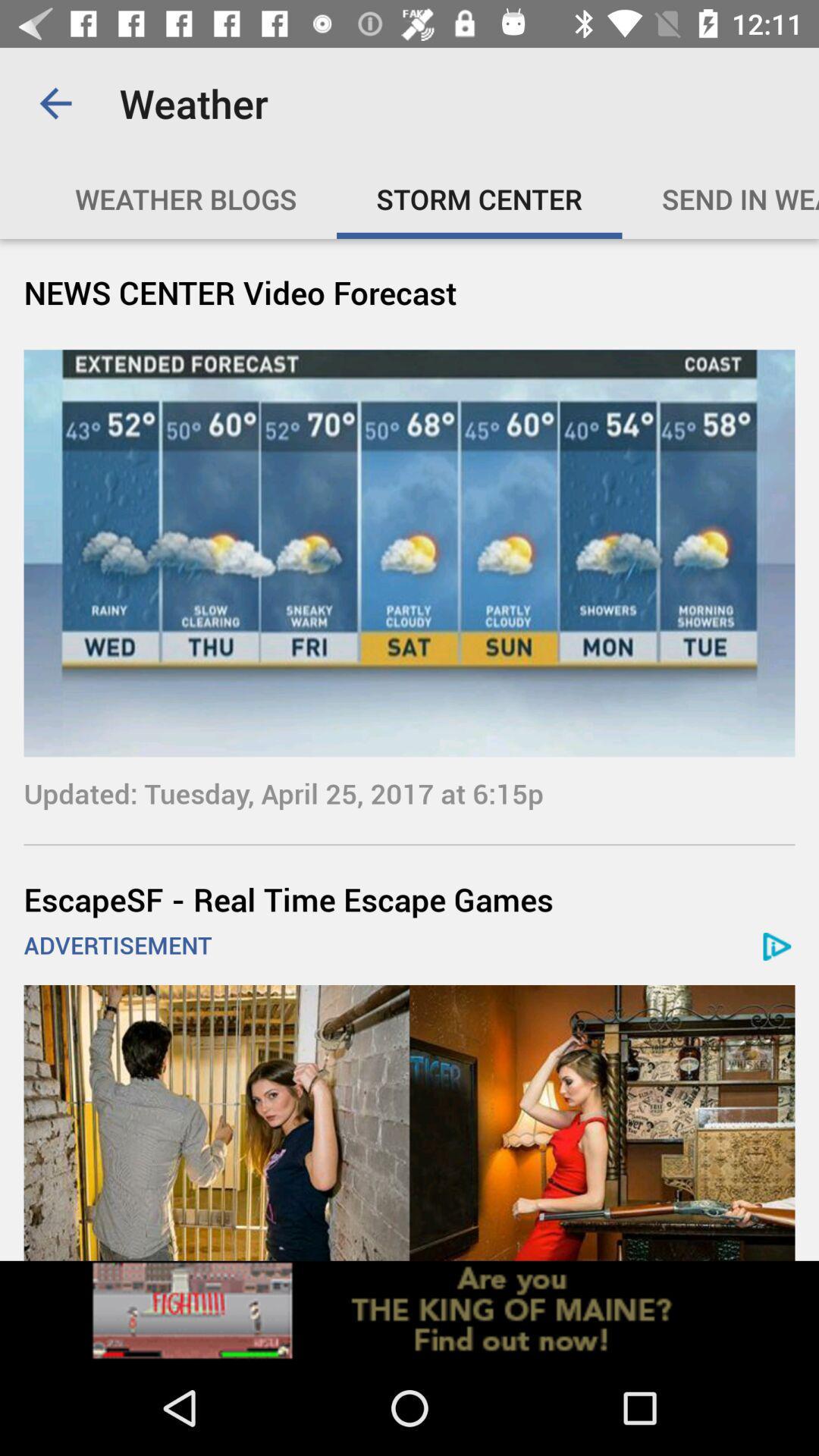 This screenshot has height=1456, width=819. What do you see at coordinates (409, 1122) in the screenshot?
I see `advertisement` at bounding box center [409, 1122].